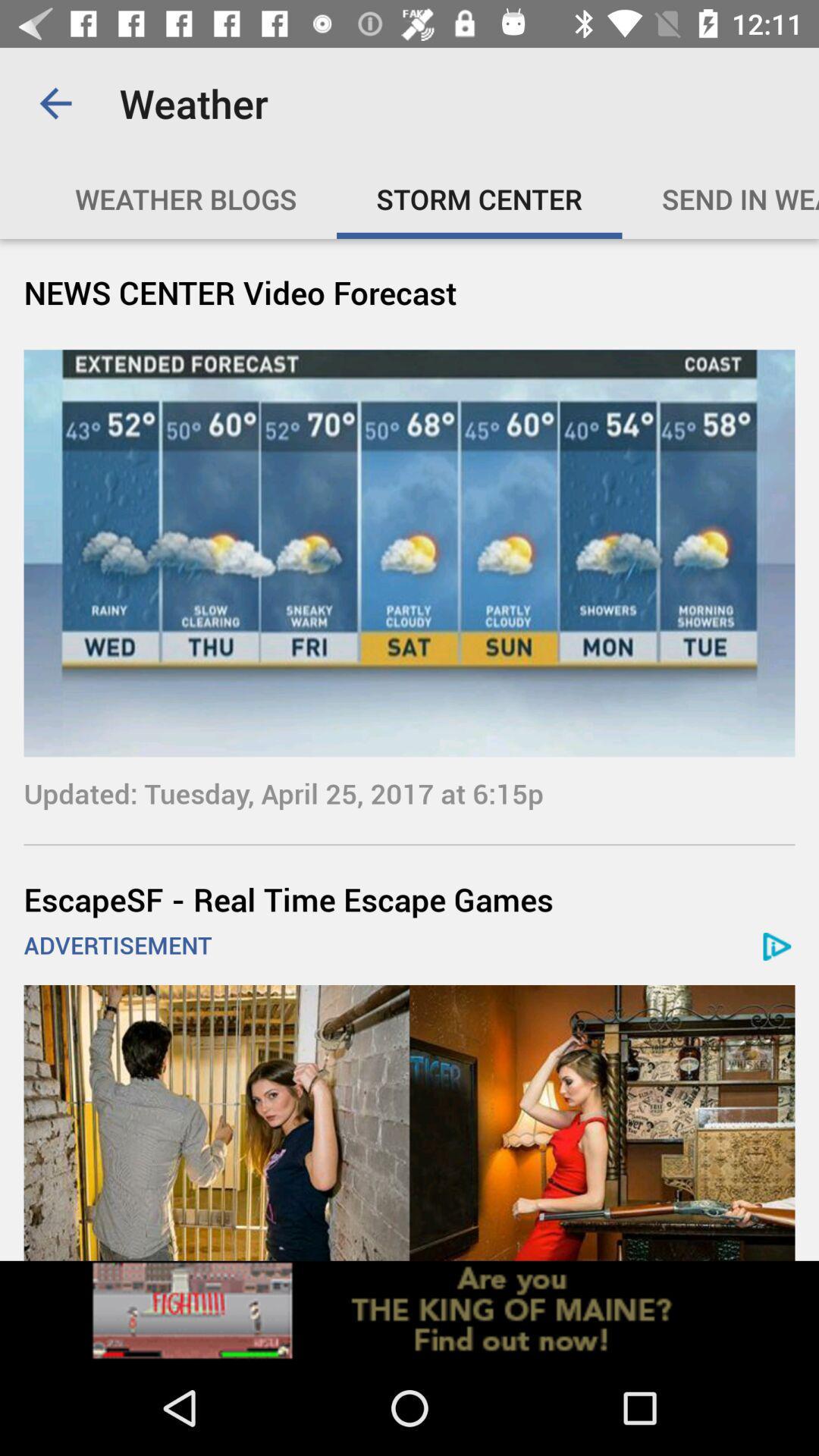 This screenshot has height=1456, width=819. What do you see at coordinates (409, 1122) in the screenshot?
I see `advertisement` at bounding box center [409, 1122].